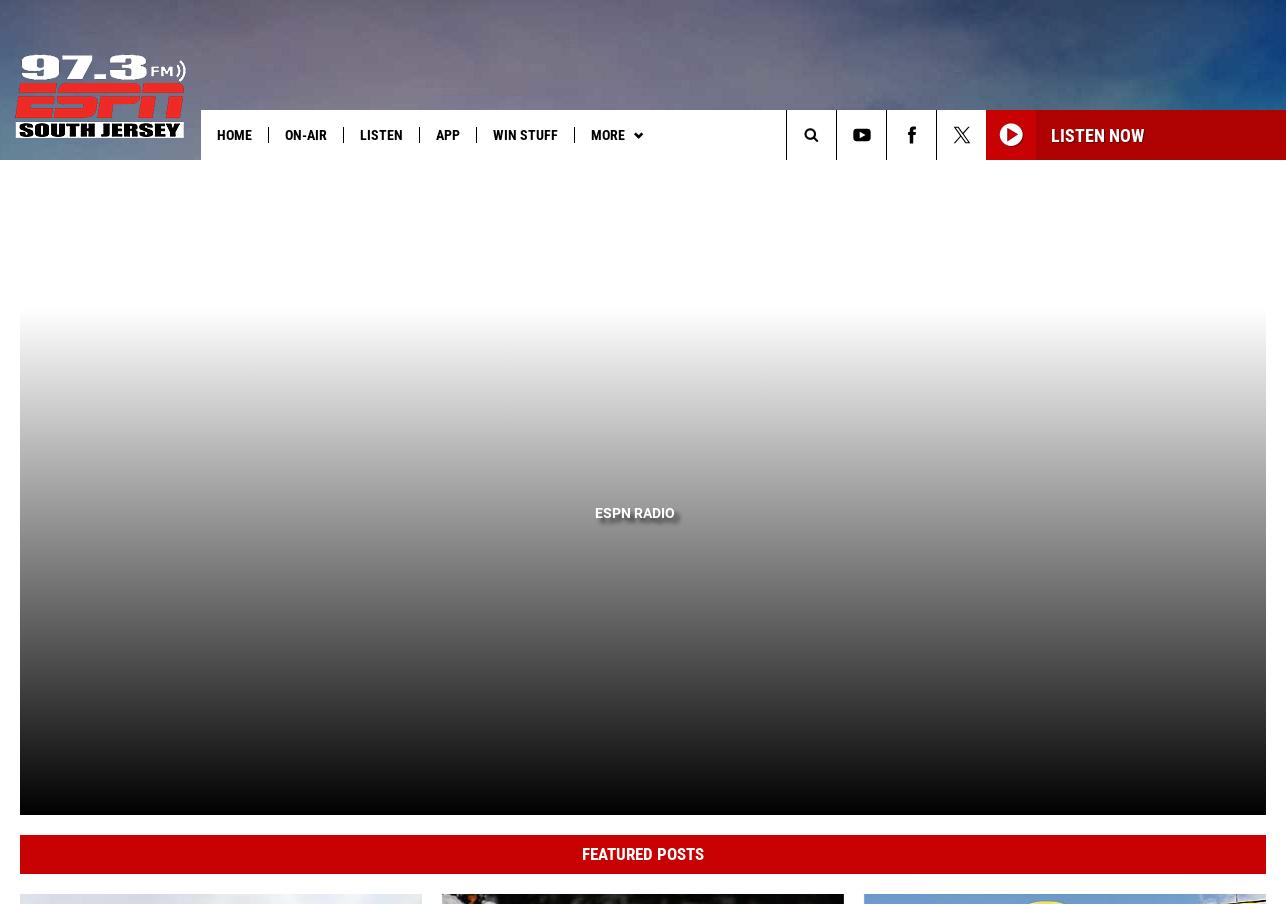 The image size is (1286, 904). Describe the element at coordinates (305, 133) in the screenshot. I see `'On-Air'` at that location.